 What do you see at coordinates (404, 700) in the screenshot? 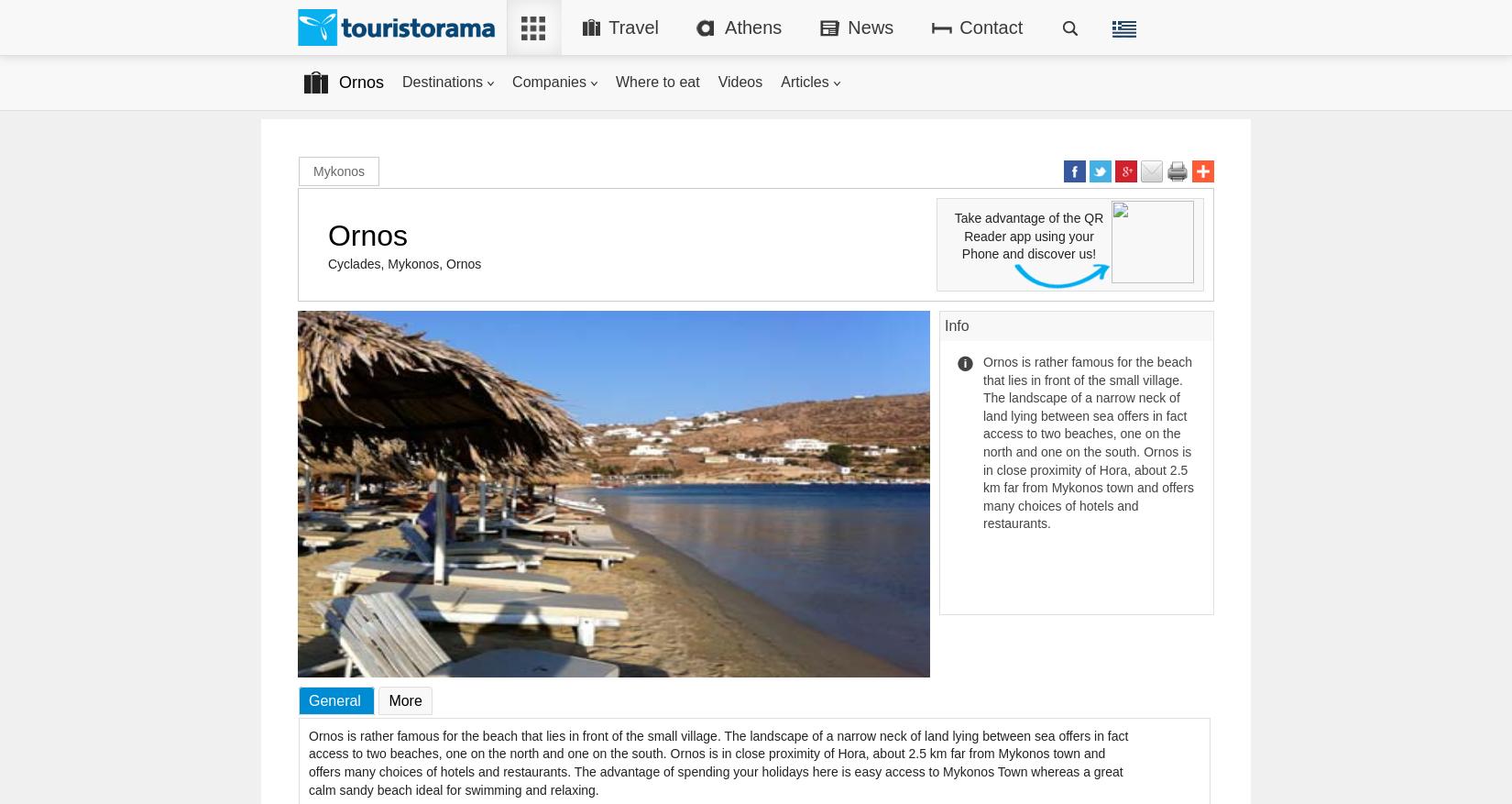
I see `'More'` at bounding box center [404, 700].